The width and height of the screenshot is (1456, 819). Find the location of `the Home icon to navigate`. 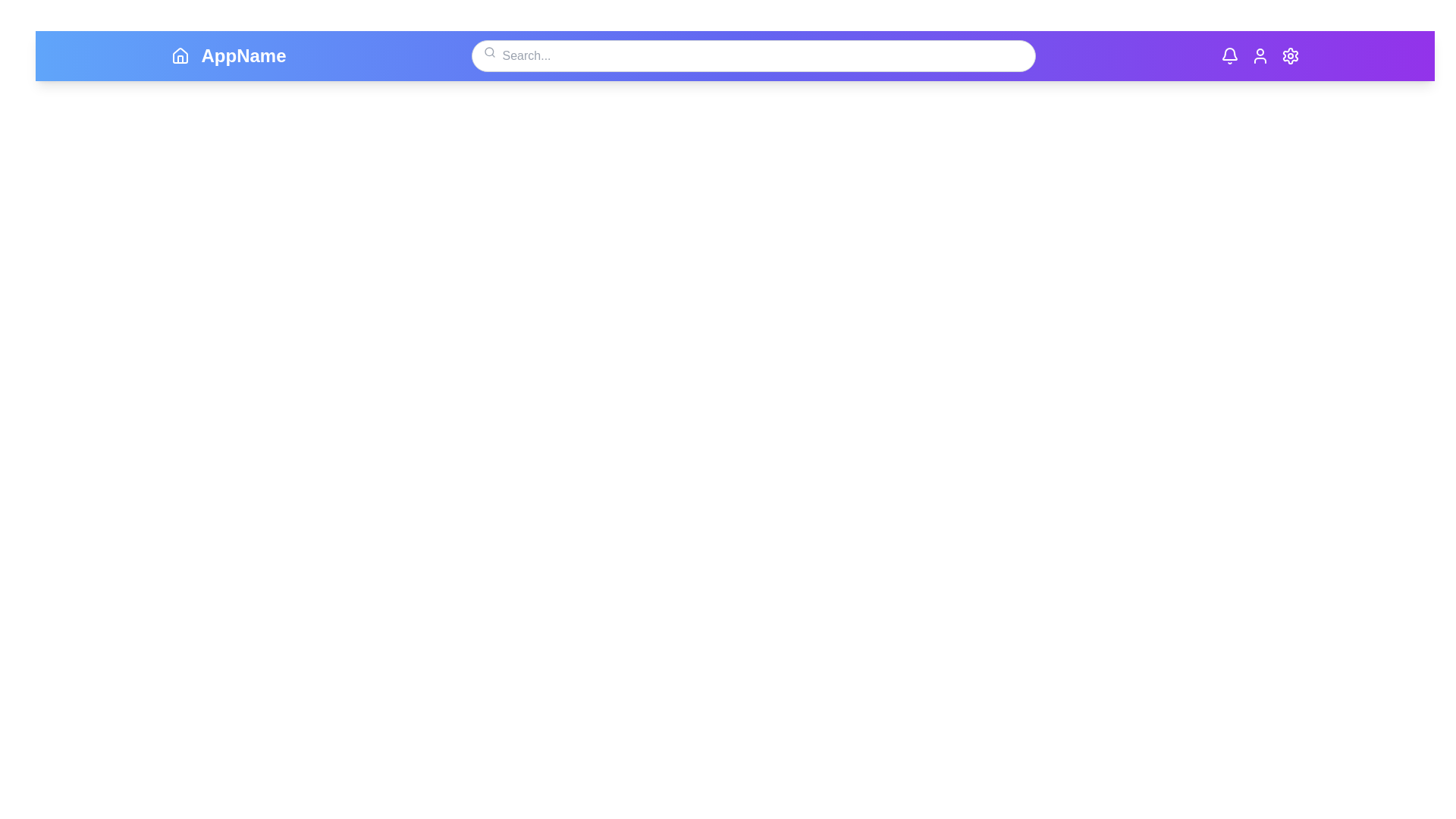

the Home icon to navigate is located at coordinates (180, 55).